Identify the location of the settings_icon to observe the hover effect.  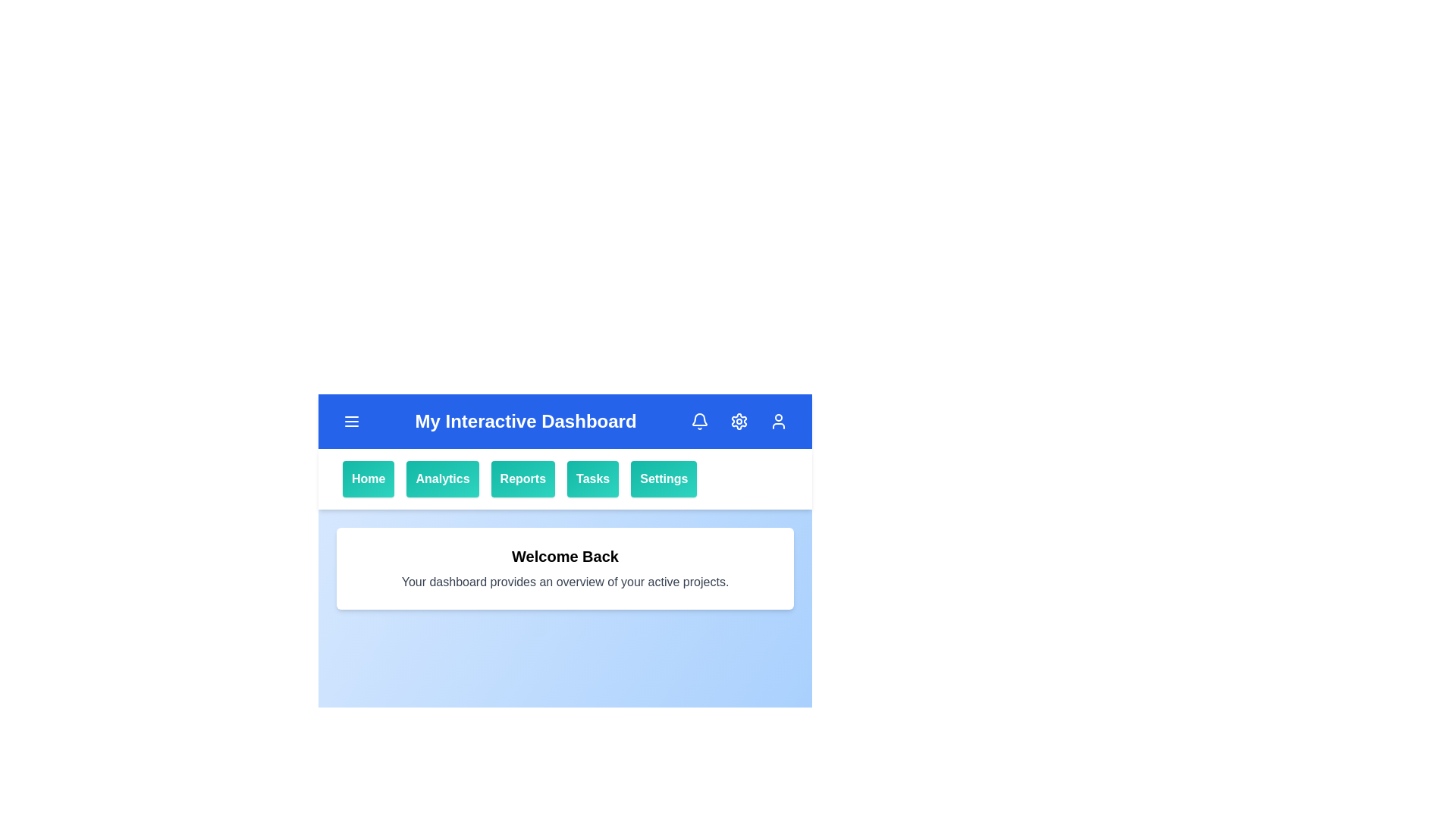
(739, 421).